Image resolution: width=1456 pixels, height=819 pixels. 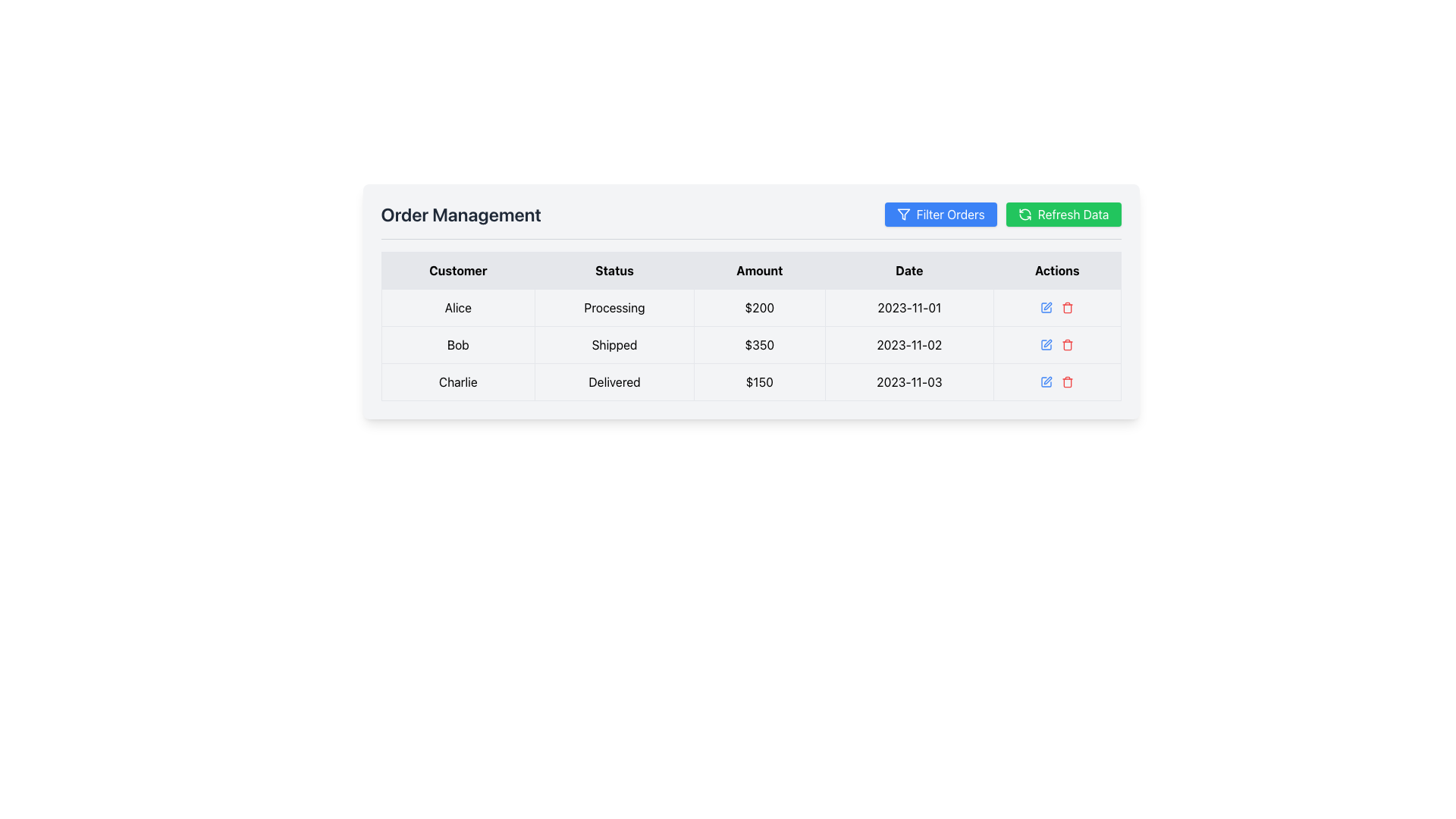 What do you see at coordinates (1067, 307) in the screenshot?
I see `the delete button located in the 'Actions' column of the second row of the table` at bounding box center [1067, 307].